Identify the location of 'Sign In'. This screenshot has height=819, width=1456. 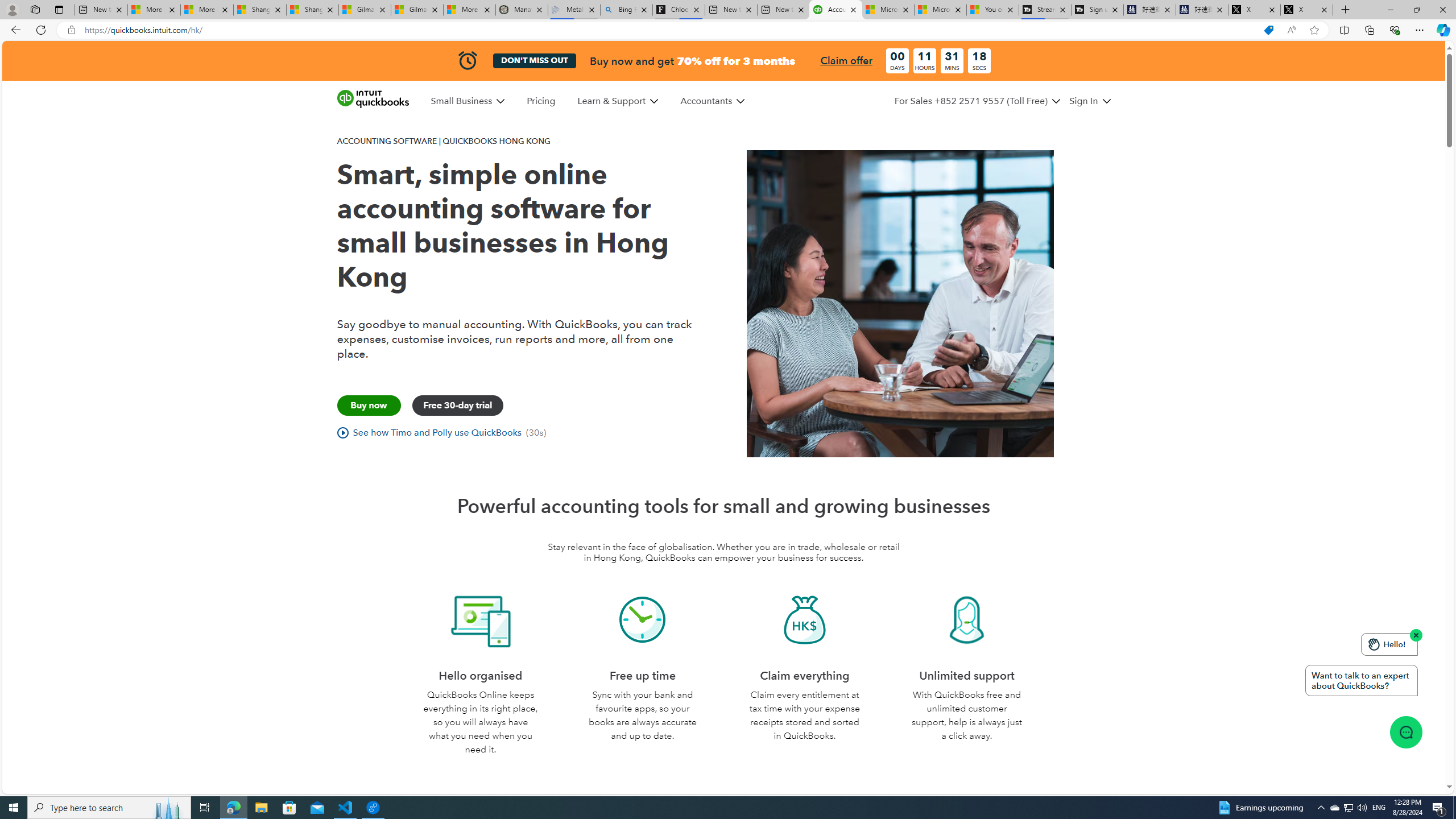
(1082, 101).